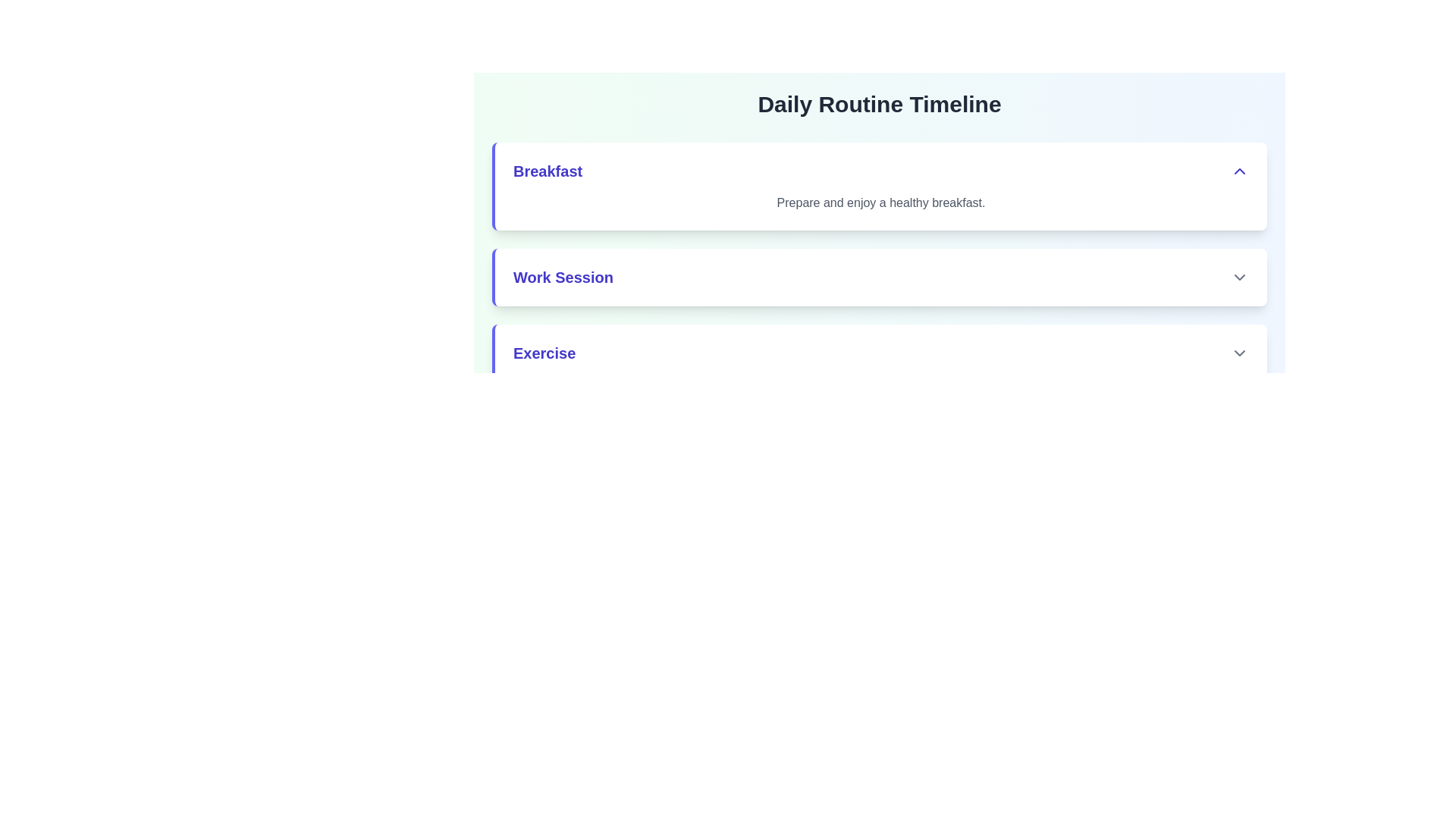 This screenshot has height=819, width=1456. What do you see at coordinates (544, 353) in the screenshot?
I see `the 'Exercise' text label, which is indigo and bold, located below the 'Work Session' section in the vertical list` at bounding box center [544, 353].